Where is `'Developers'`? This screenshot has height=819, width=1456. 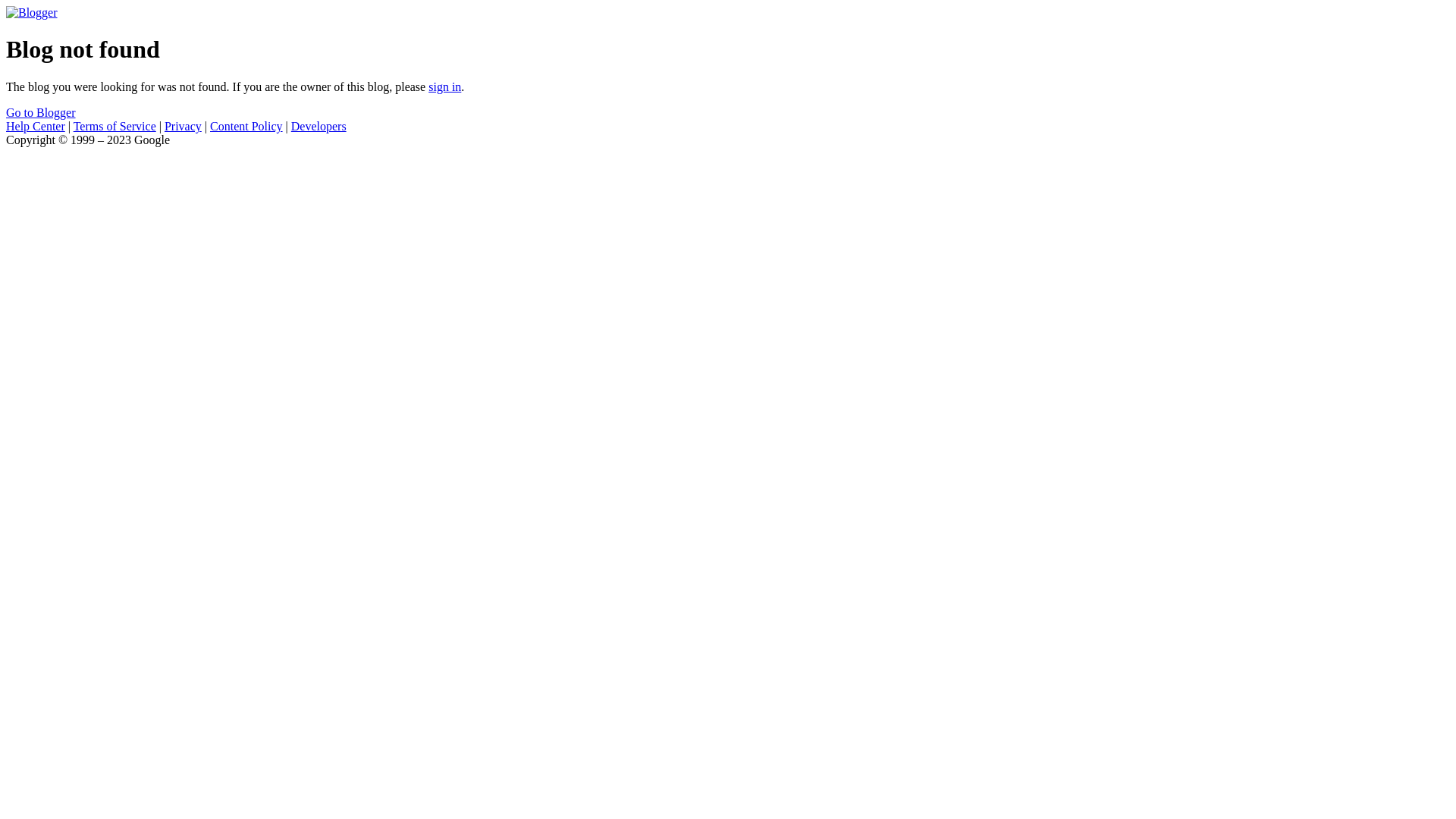
'Developers' is located at coordinates (318, 125).